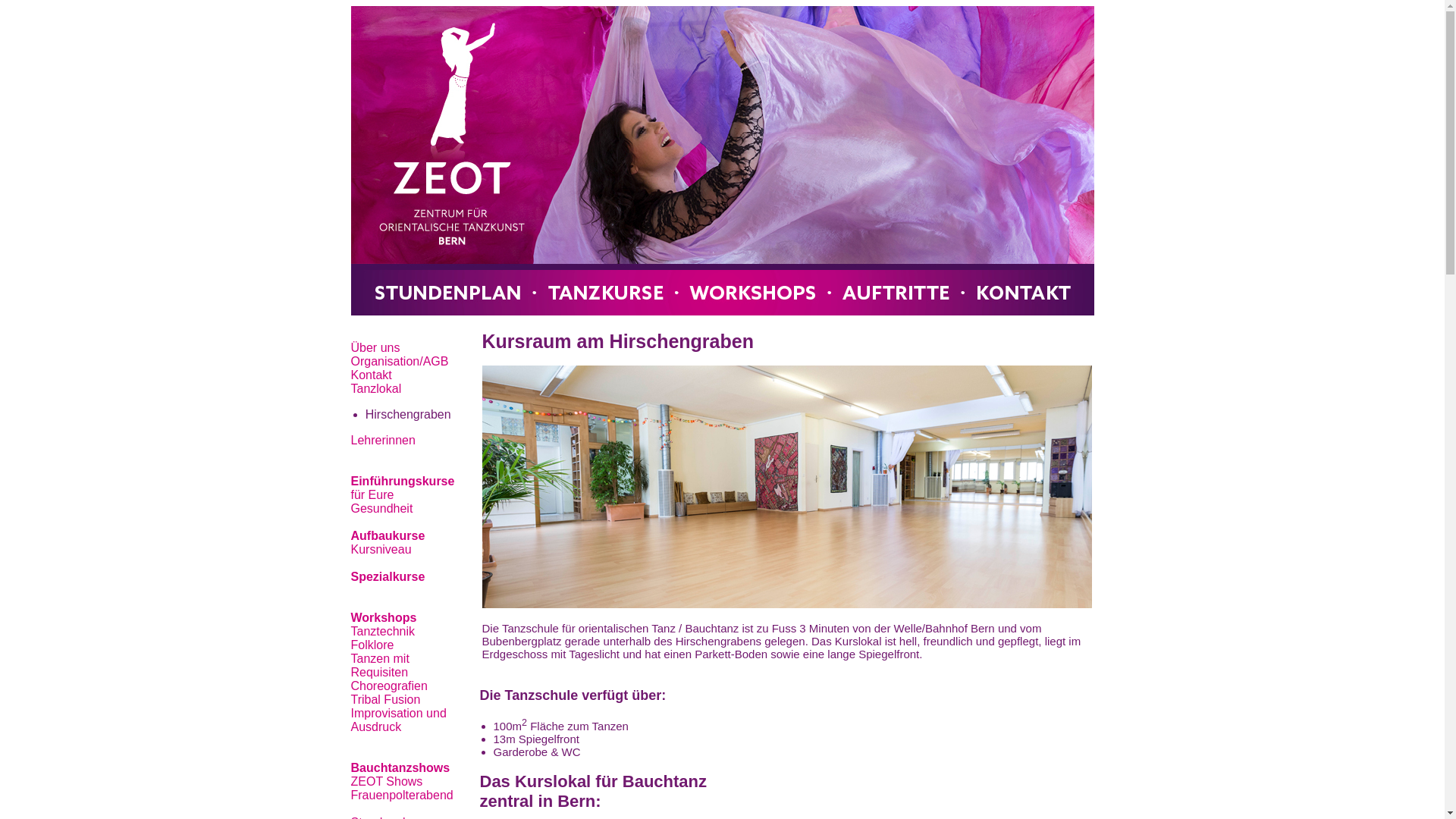 The width and height of the screenshot is (1456, 819). What do you see at coordinates (387, 576) in the screenshot?
I see `'Spezialkurse'` at bounding box center [387, 576].